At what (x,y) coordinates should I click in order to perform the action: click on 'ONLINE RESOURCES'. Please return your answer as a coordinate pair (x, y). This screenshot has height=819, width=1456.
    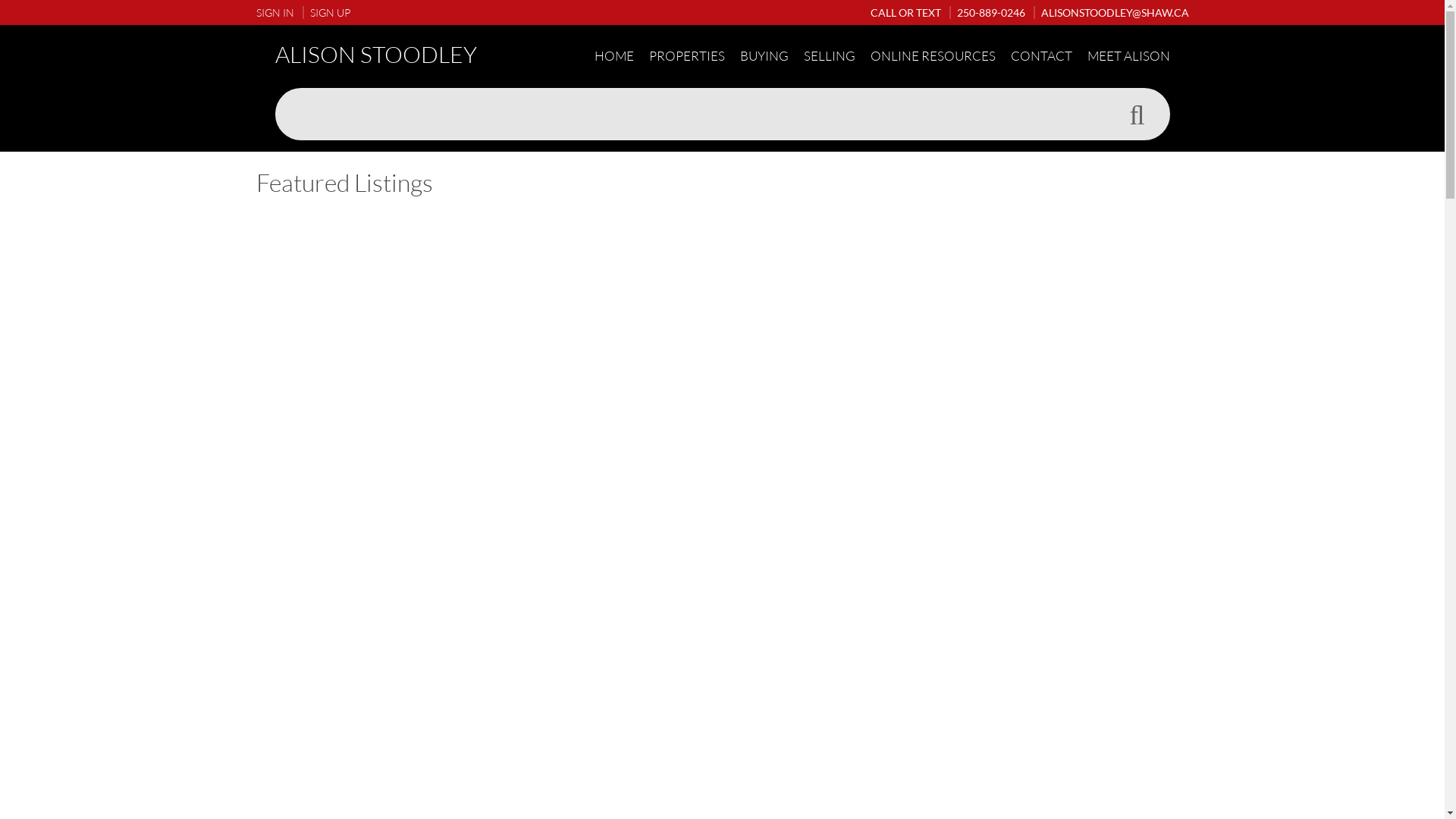
    Looking at the image, I should click on (932, 55).